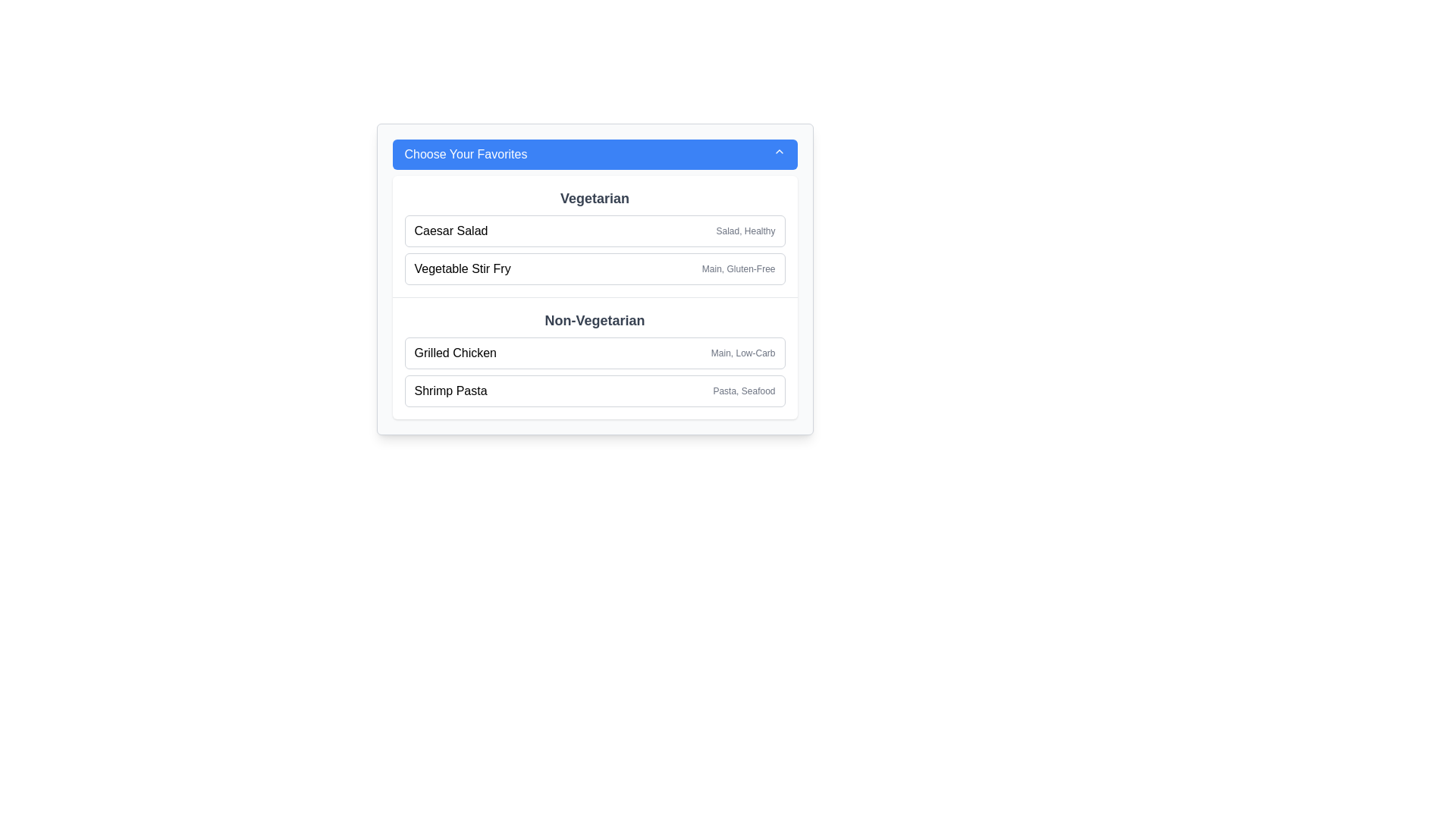 This screenshot has width=1456, height=819. What do you see at coordinates (594, 372) in the screenshot?
I see `each row in the Non-Vegetarian list to make a selection from the available food items` at bounding box center [594, 372].